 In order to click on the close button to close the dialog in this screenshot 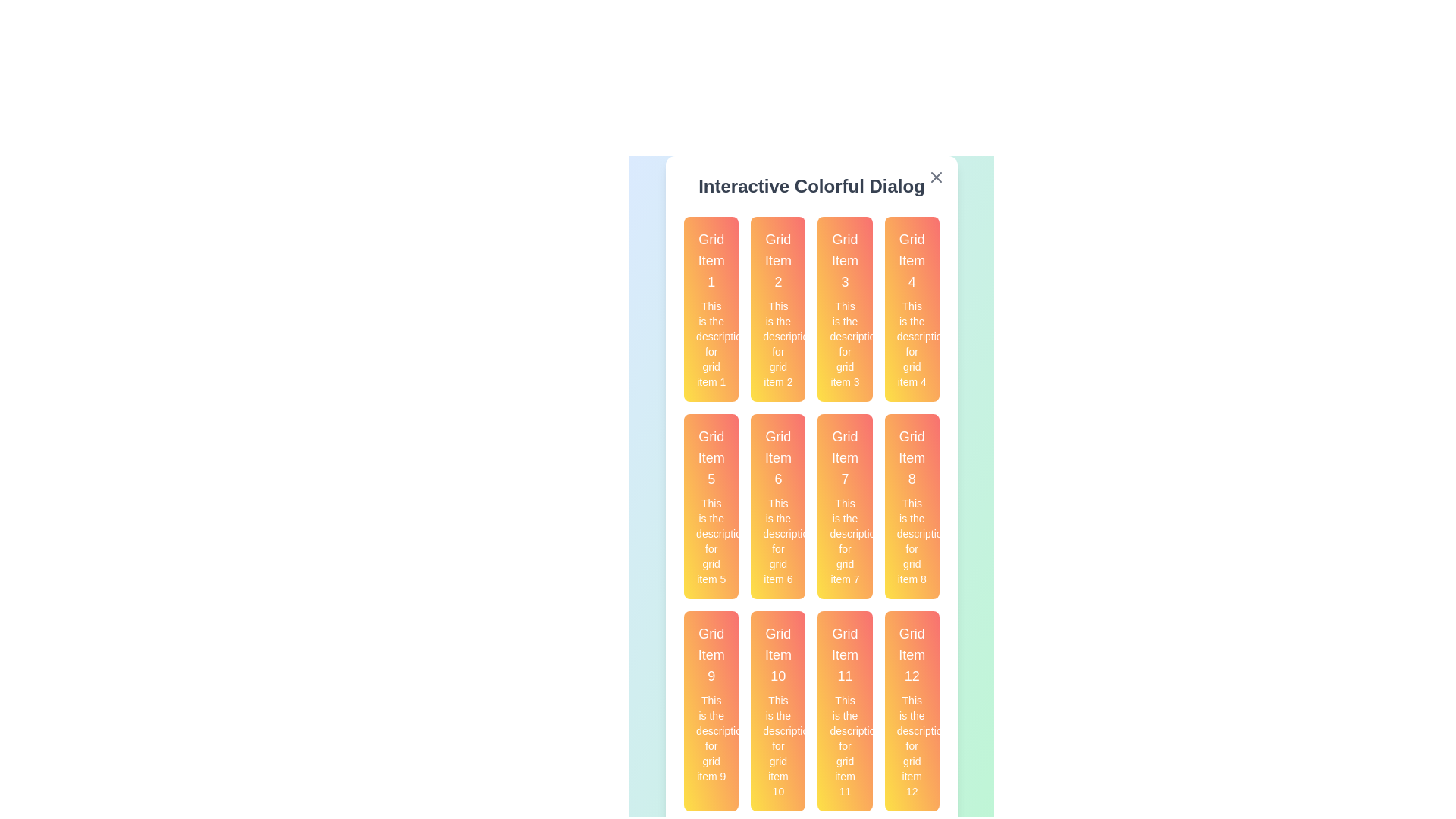, I will do `click(935, 177)`.